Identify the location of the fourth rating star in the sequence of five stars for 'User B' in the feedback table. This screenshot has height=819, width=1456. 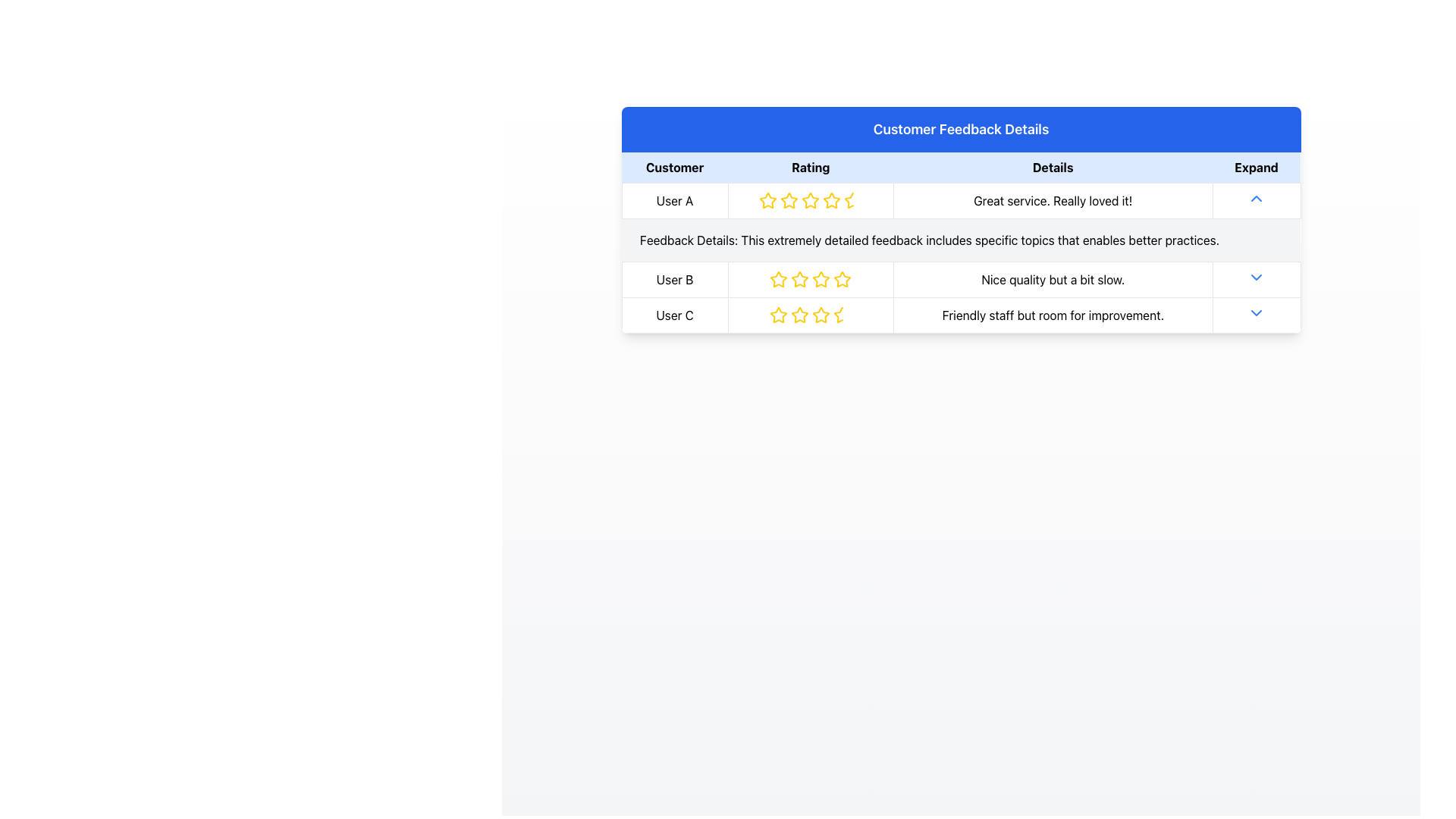
(841, 278).